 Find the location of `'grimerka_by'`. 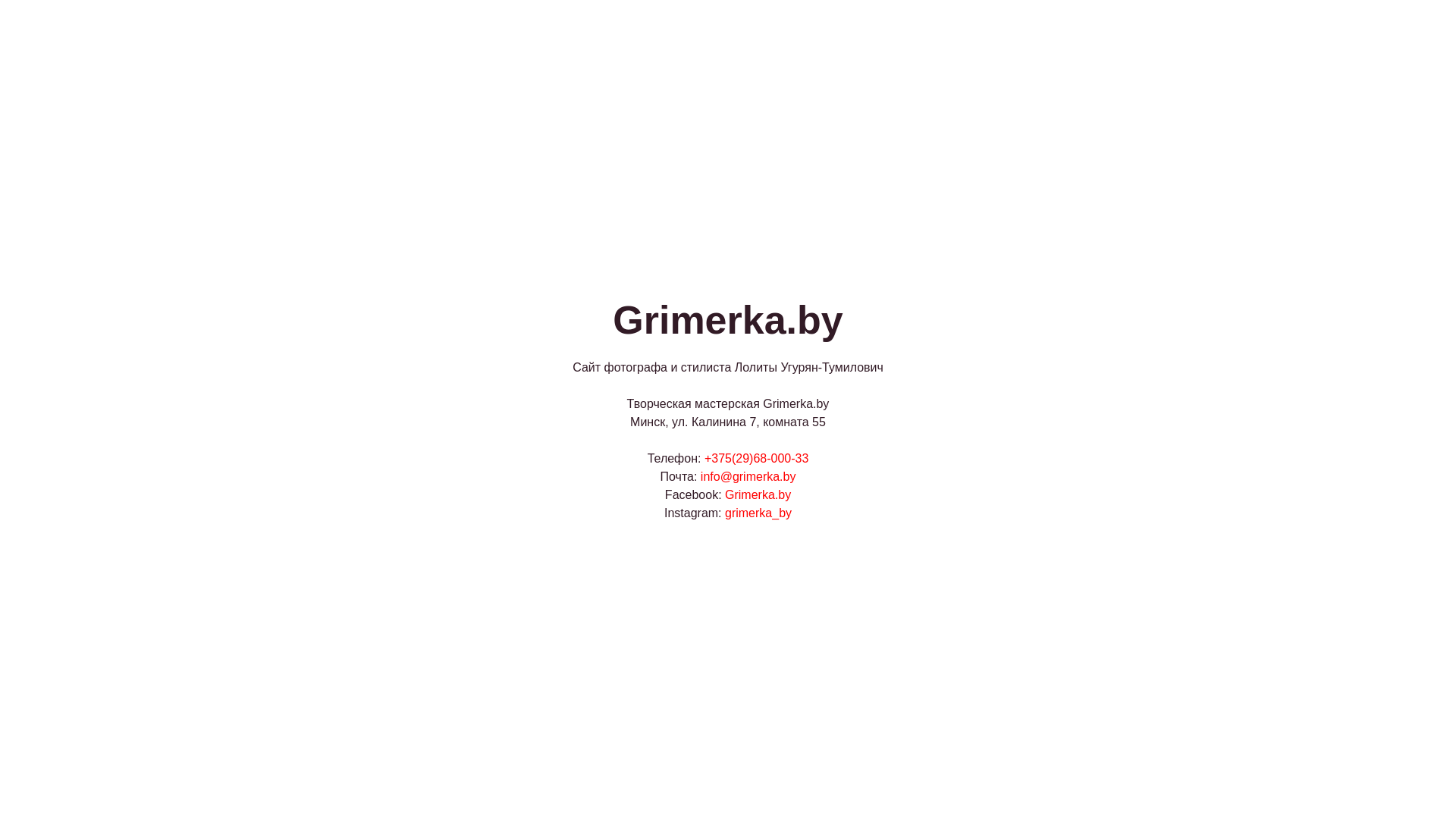

'grimerka_by' is located at coordinates (758, 512).